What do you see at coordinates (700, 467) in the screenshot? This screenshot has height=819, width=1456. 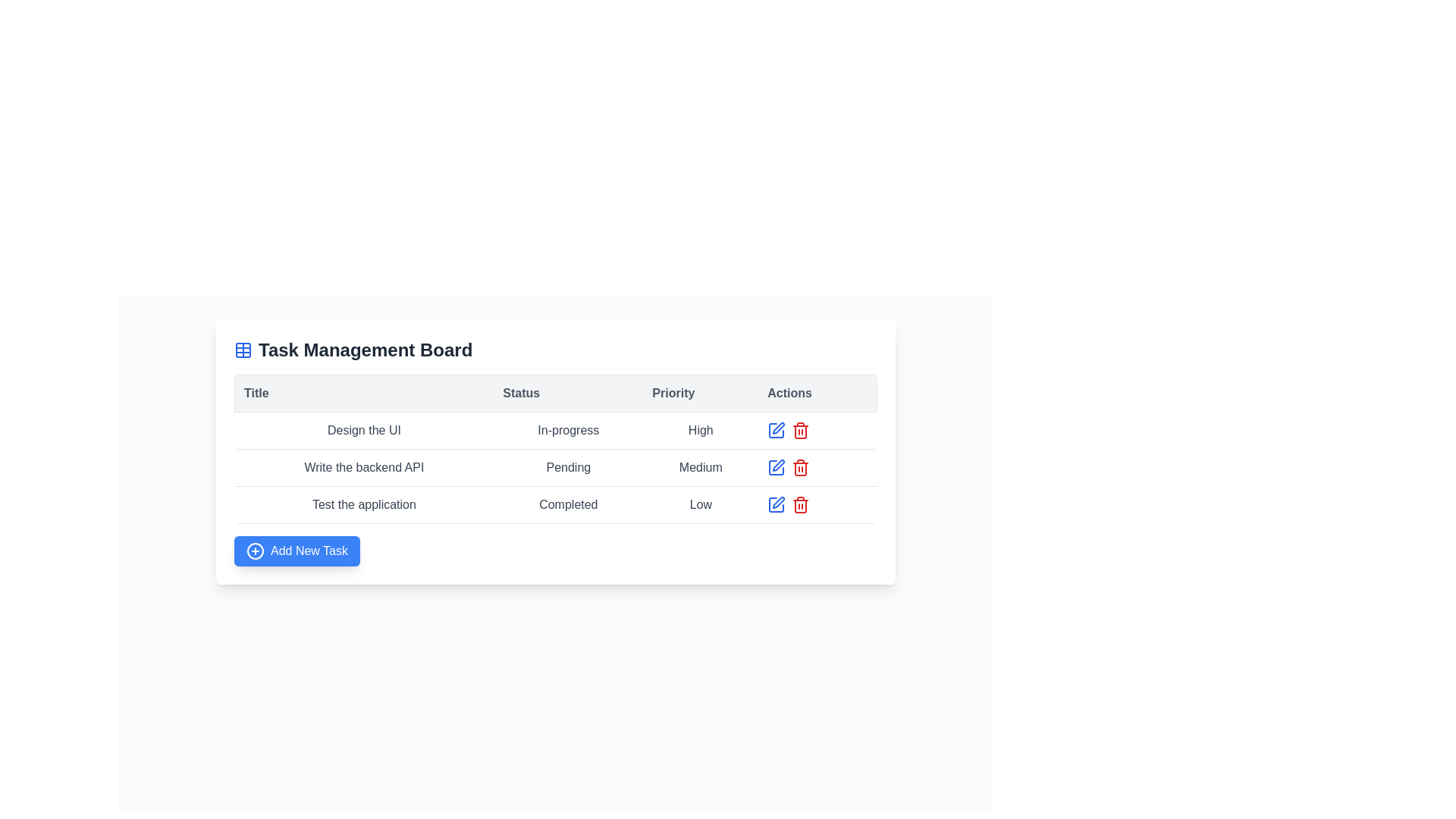 I see `the priority level label located in the third column of the second row of the table, under the 'Priority' column` at bounding box center [700, 467].